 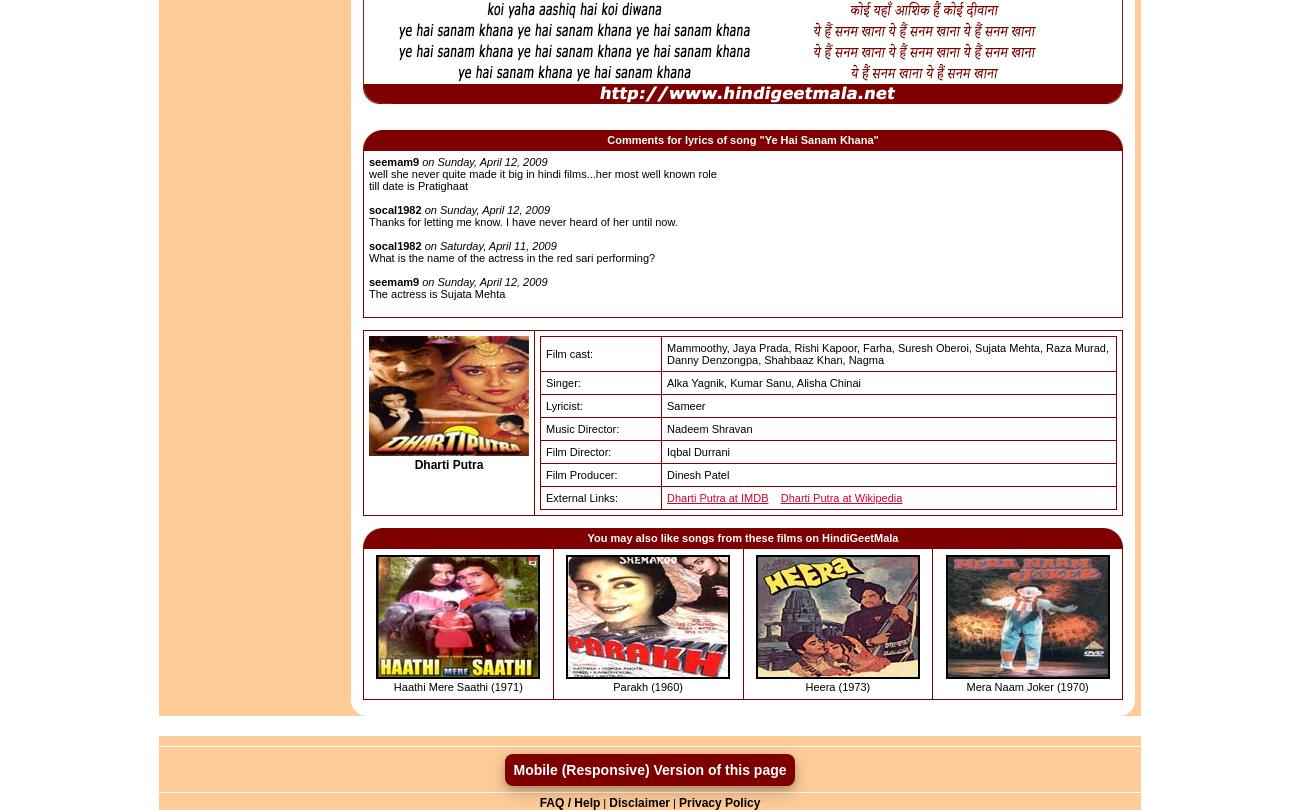 I want to click on 'Nadeem Shravan', so click(x=666, y=428).